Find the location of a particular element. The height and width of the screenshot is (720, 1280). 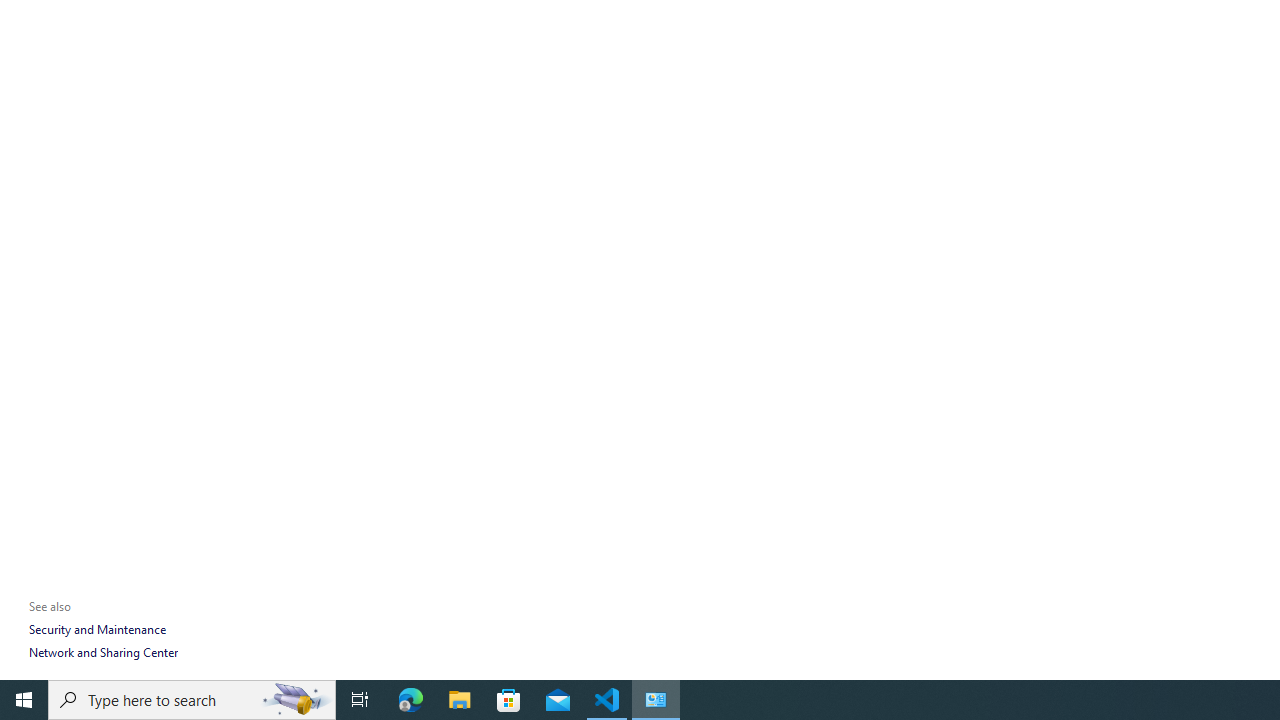

'File Explorer' is located at coordinates (459, 698).